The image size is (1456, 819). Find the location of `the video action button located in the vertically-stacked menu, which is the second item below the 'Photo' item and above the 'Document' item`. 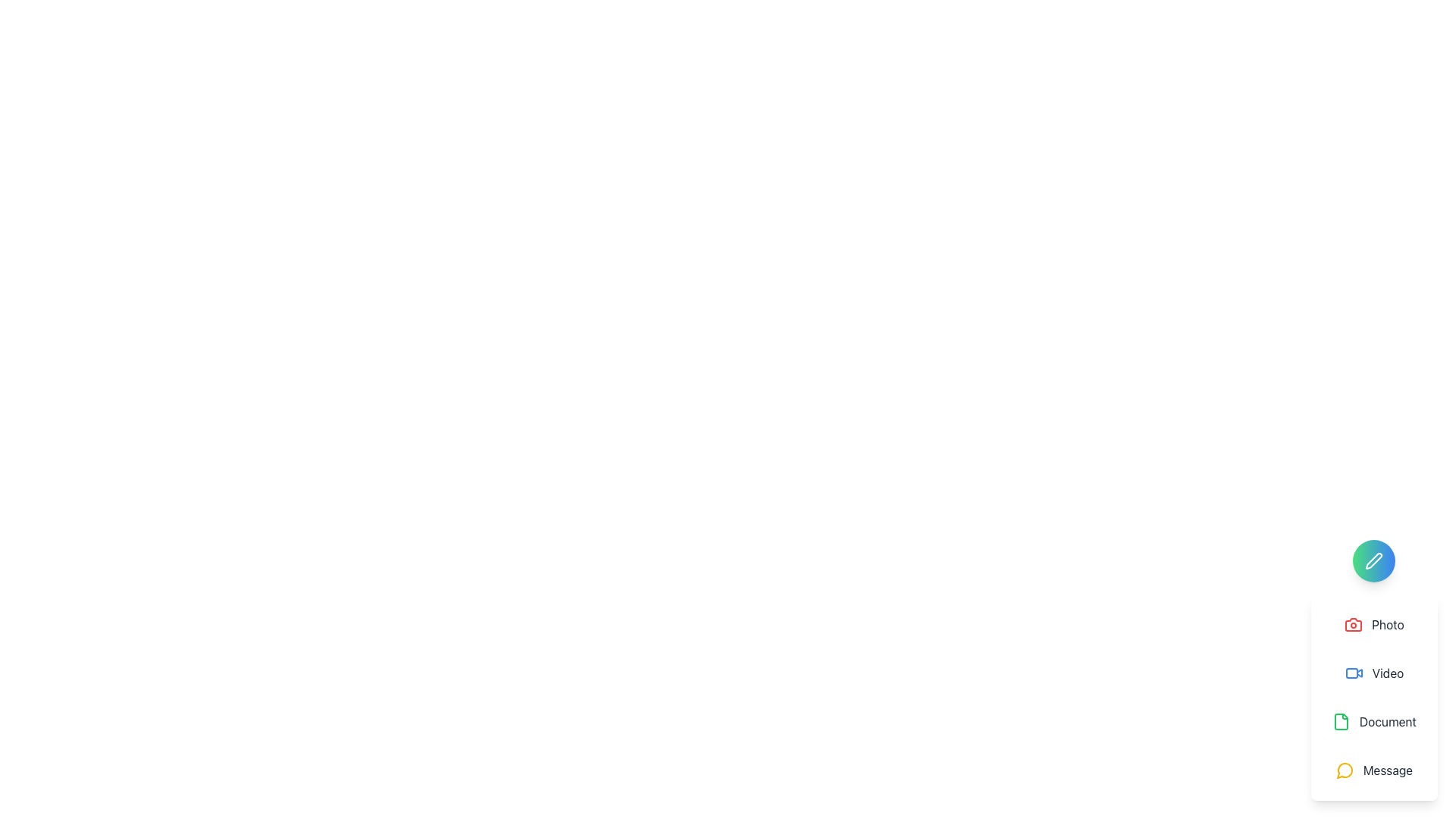

the video action button located in the vertically-stacked menu, which is the second item below the 'Photo' item and above the 'Document' item is located at coordinates (1374, 672).